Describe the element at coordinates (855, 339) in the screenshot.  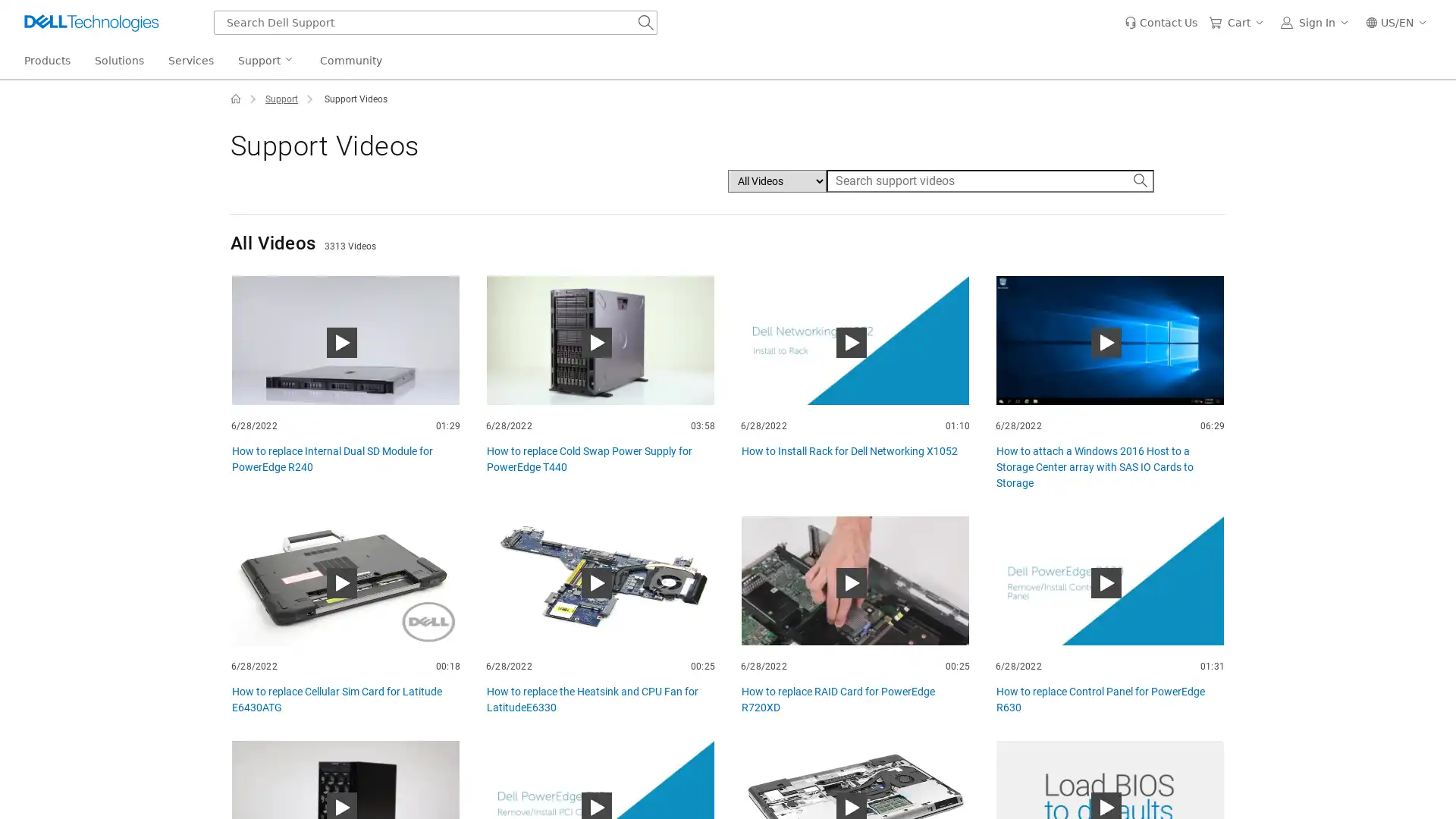
I see `How to Install Rack for Dell Networking X1052 Play` at that location.